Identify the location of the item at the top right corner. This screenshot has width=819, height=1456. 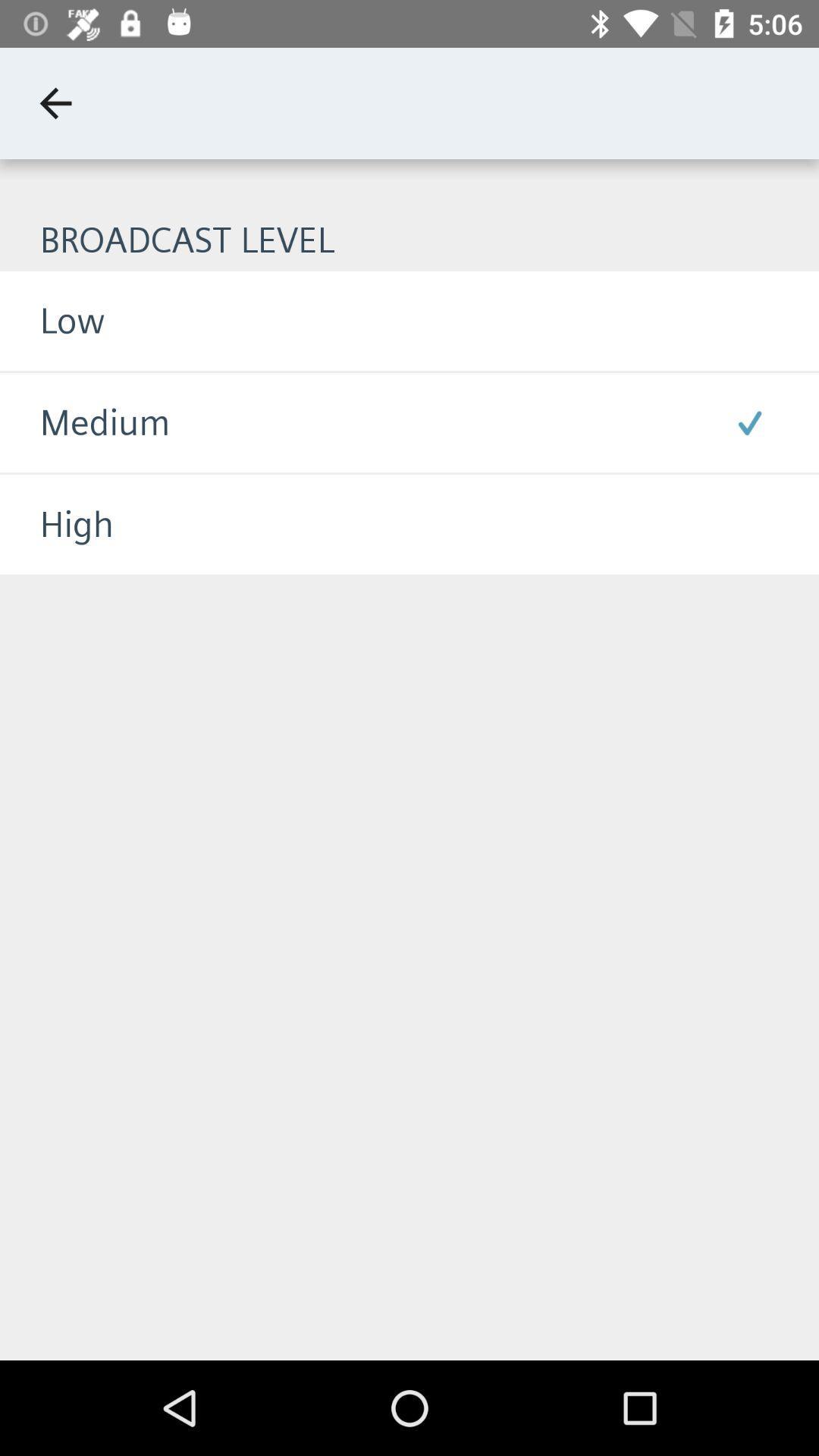
(748, 422).